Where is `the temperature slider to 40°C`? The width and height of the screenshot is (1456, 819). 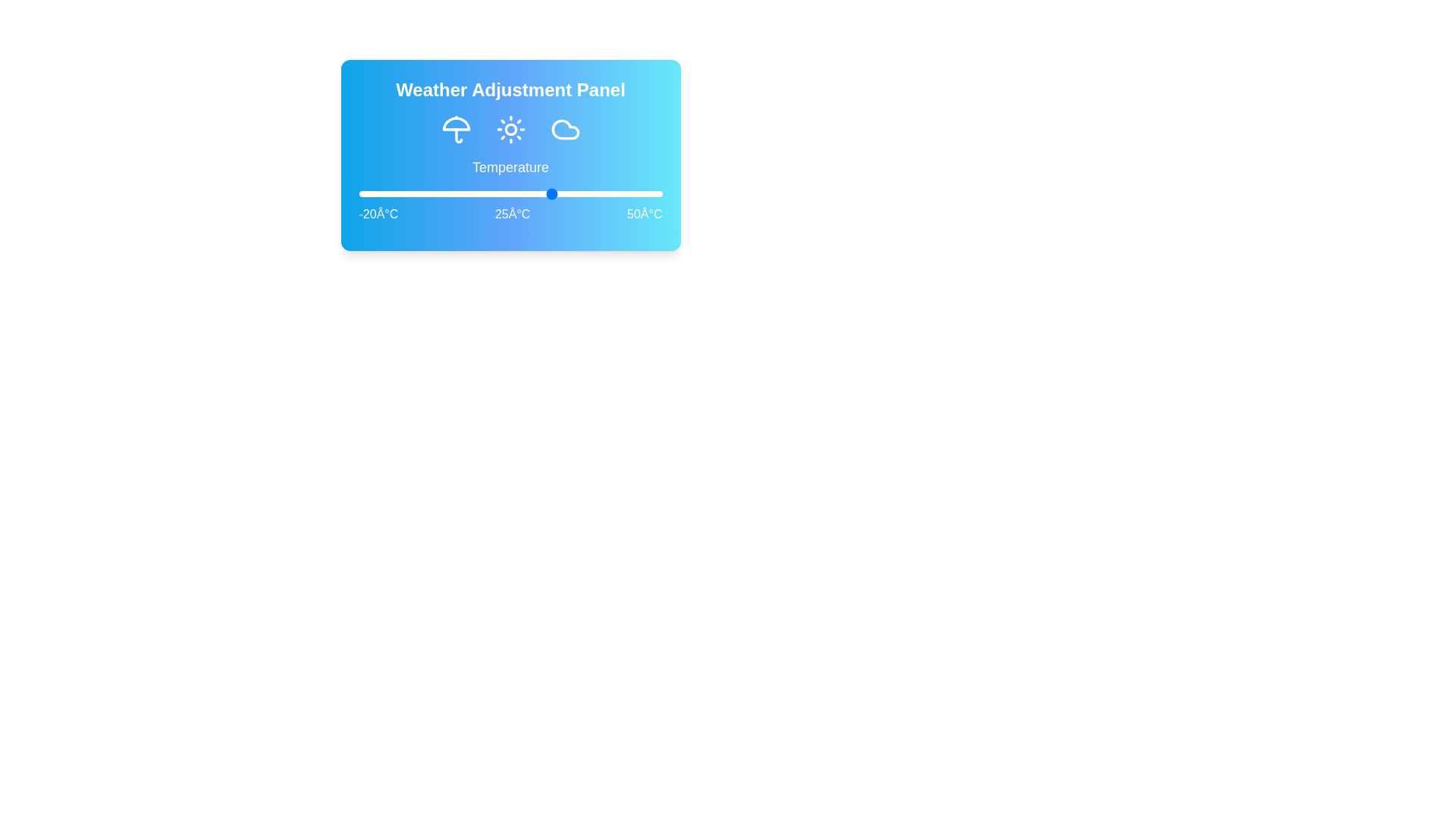
the temperature slider to 40°C is located at coordinates (619, 193).